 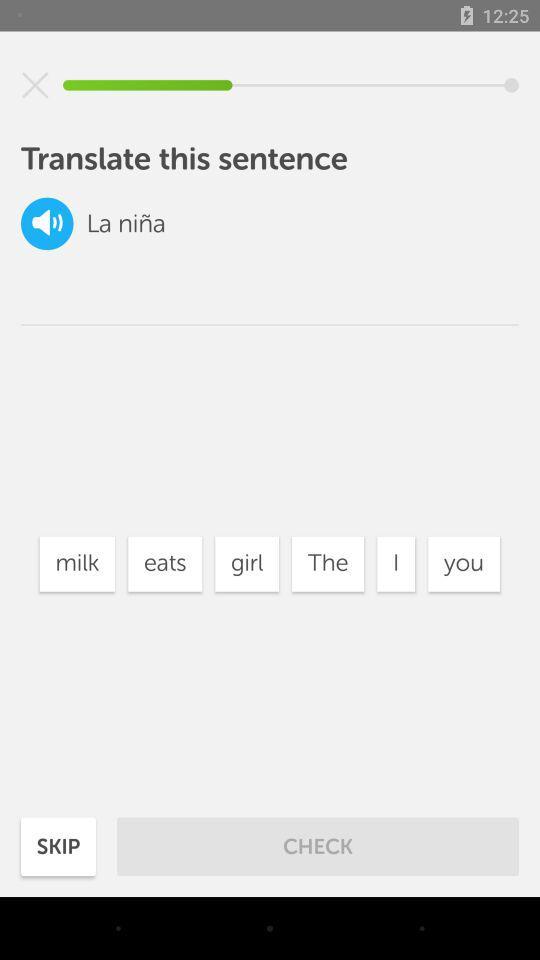 I want to click on the skip item, so click(x=58, y=845).